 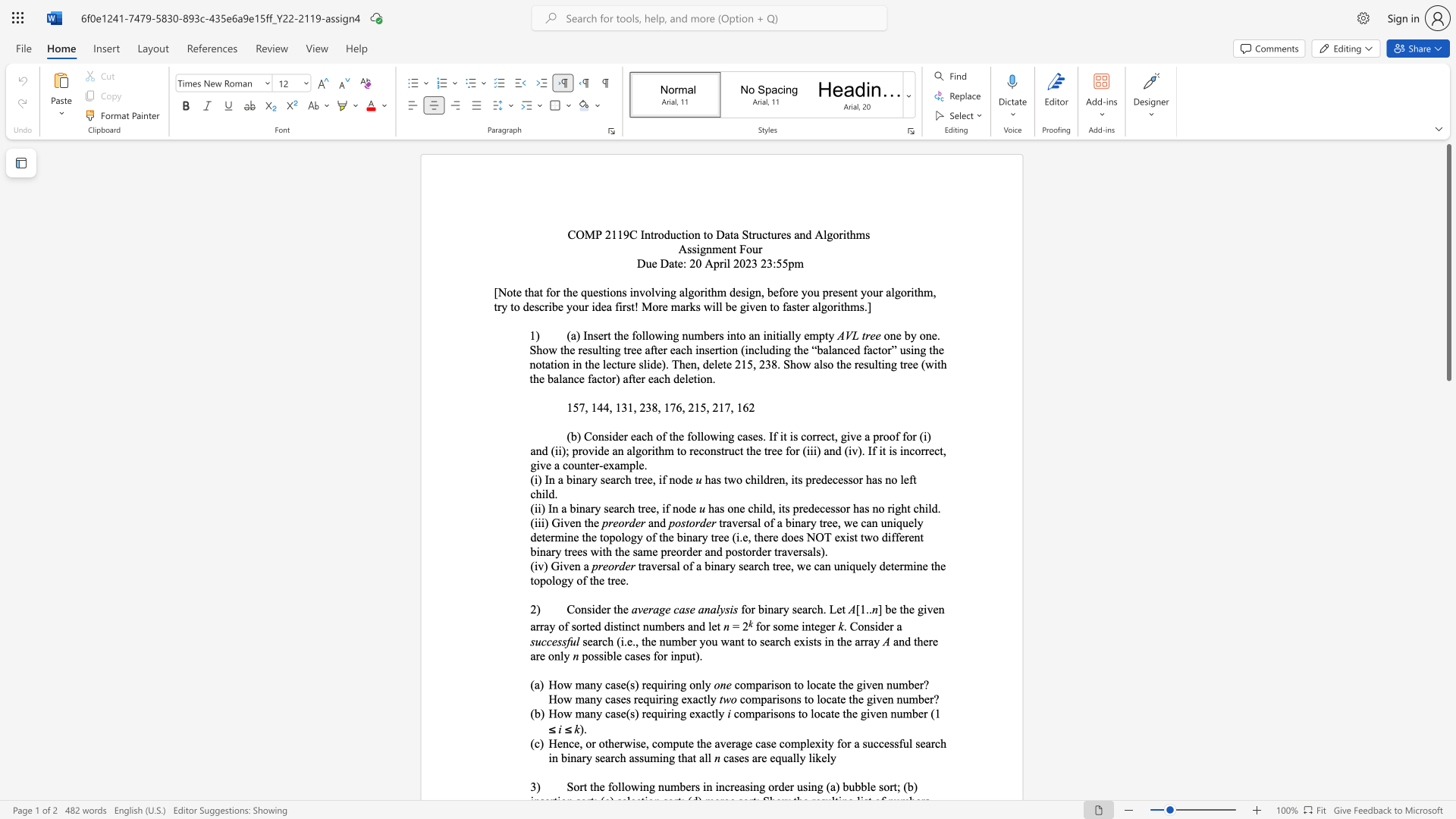 What do you see at coordinates (566, 580) in the screenshot?
I see `the subset text "y of the tree" within the text "traversal of a binary search tree, we can uniquely determine the topology of the tree."` at bounding box center [566, 580].